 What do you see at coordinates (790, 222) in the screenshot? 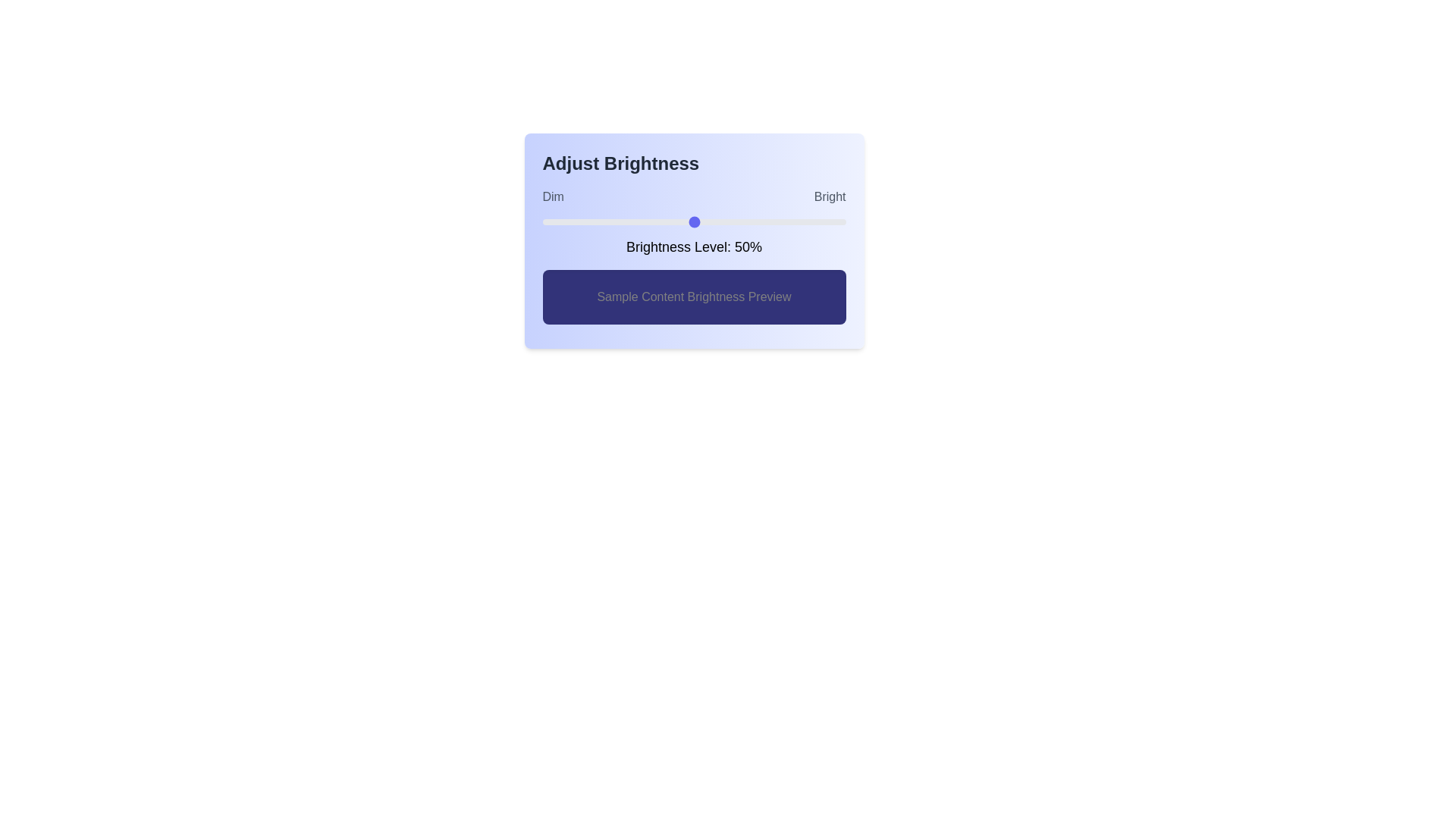
I see `the brightness slider to 82%` at bounding box center [790, 222].